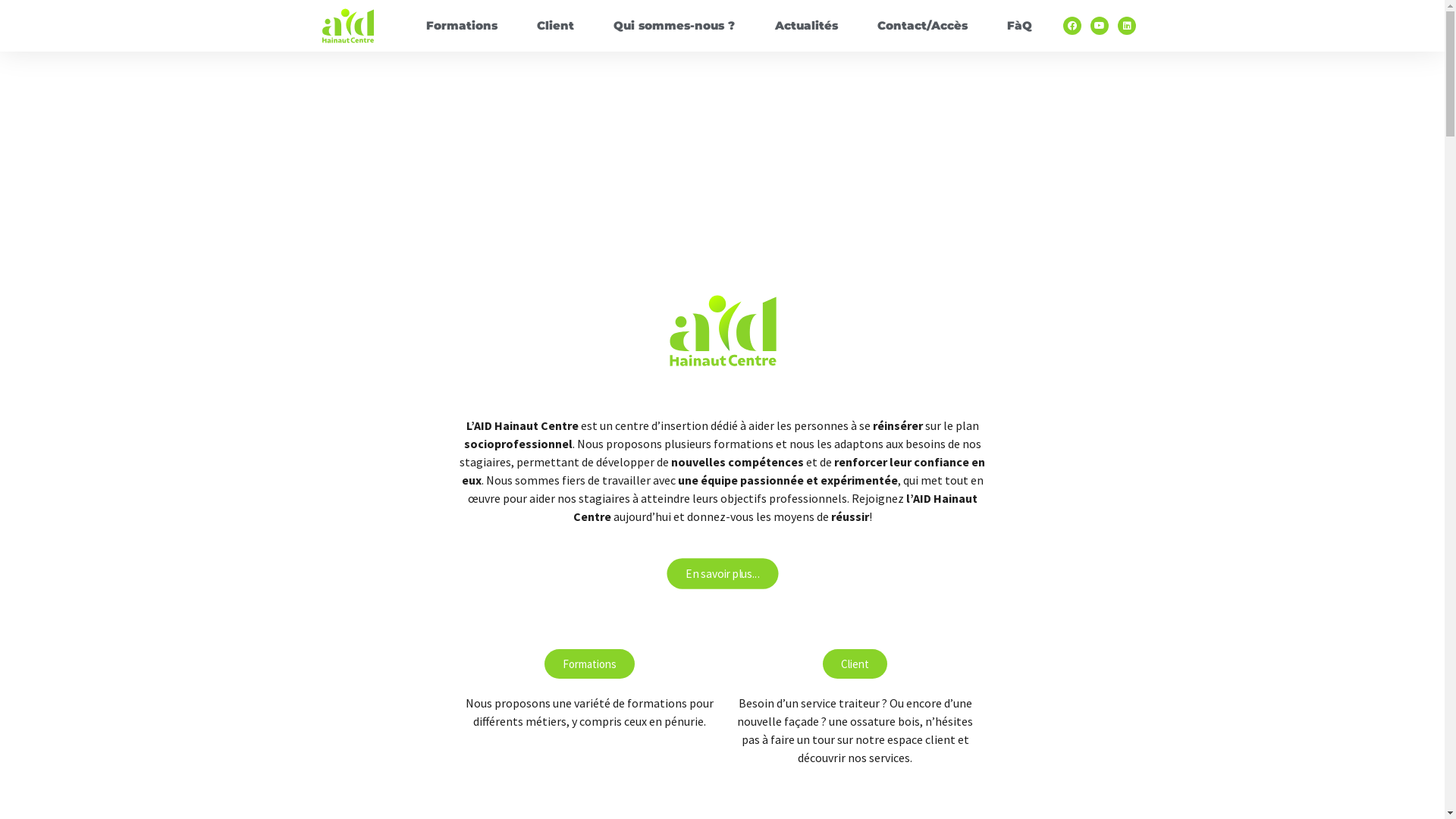 Image resolution: width=1456 pixels, height=819 pixels. What do you see at coordinates (554, 26) in the screenshot?
I see `'Client'` at bounding box center [554, 26].